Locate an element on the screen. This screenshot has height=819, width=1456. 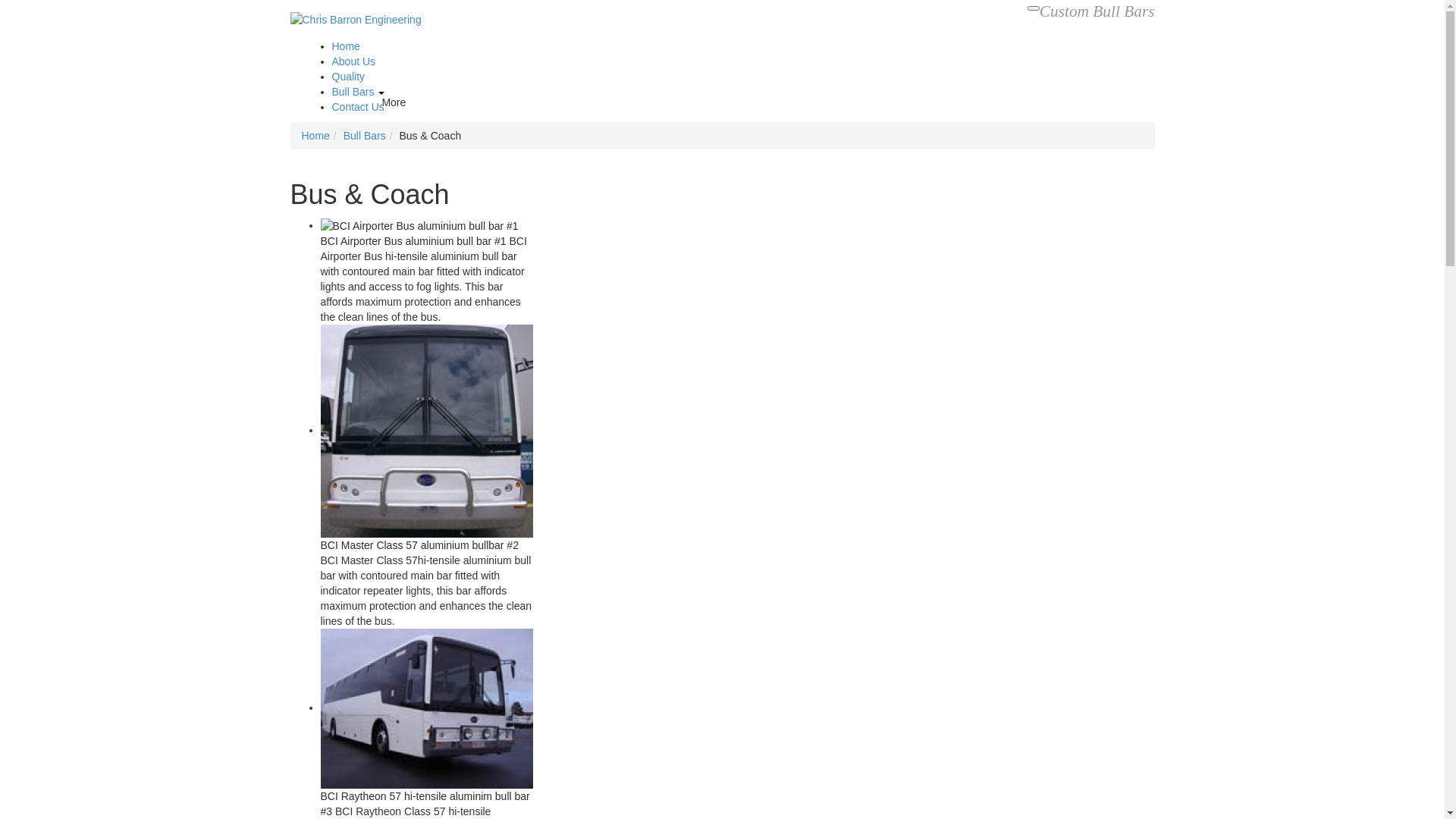
'Home' is located at coordinates (345, 45).